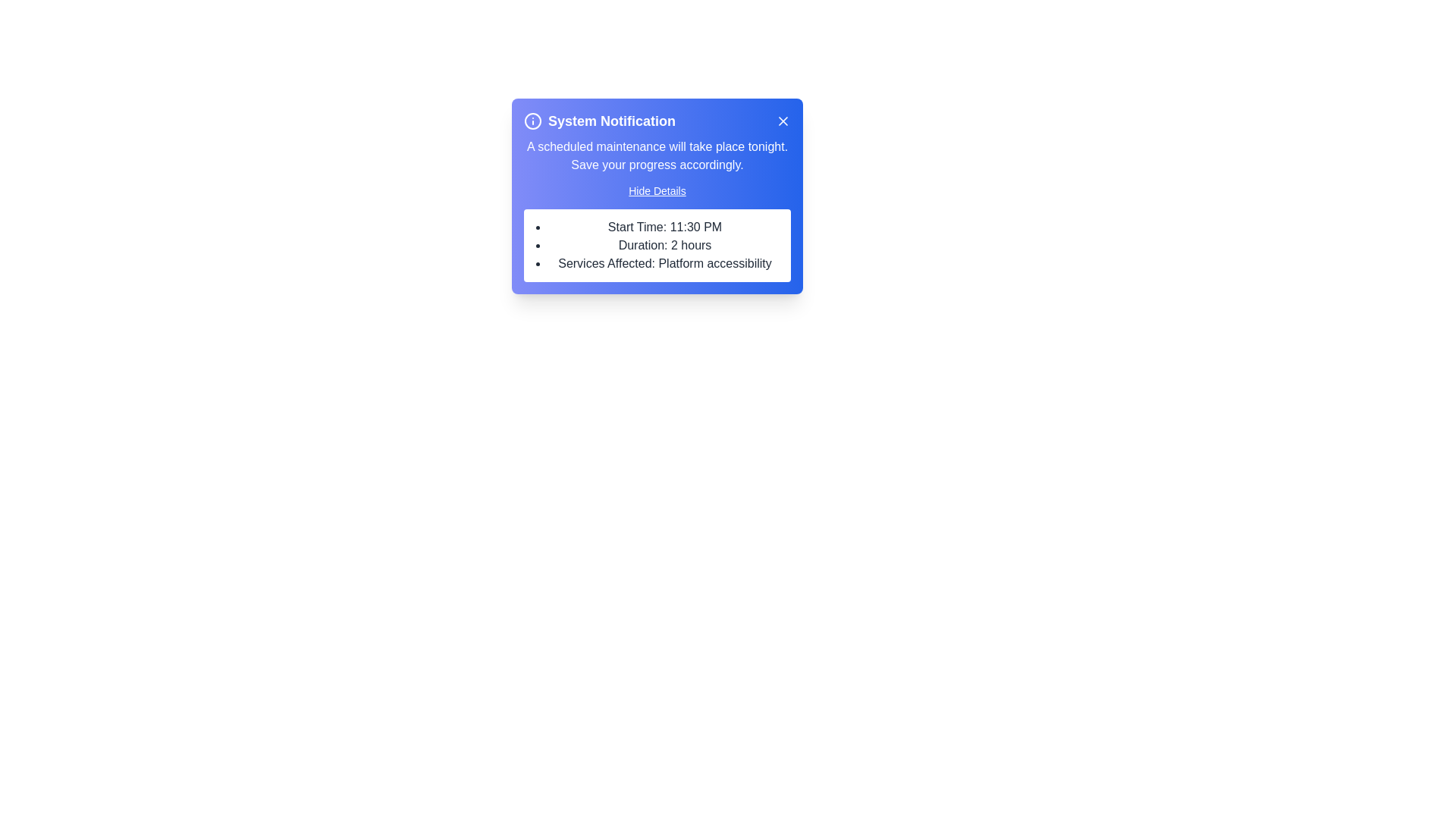  What do you see at coordinates (532, 120) in the screenshot?
I see `'info' icon to interact with it` at bounding box center [532, 120].